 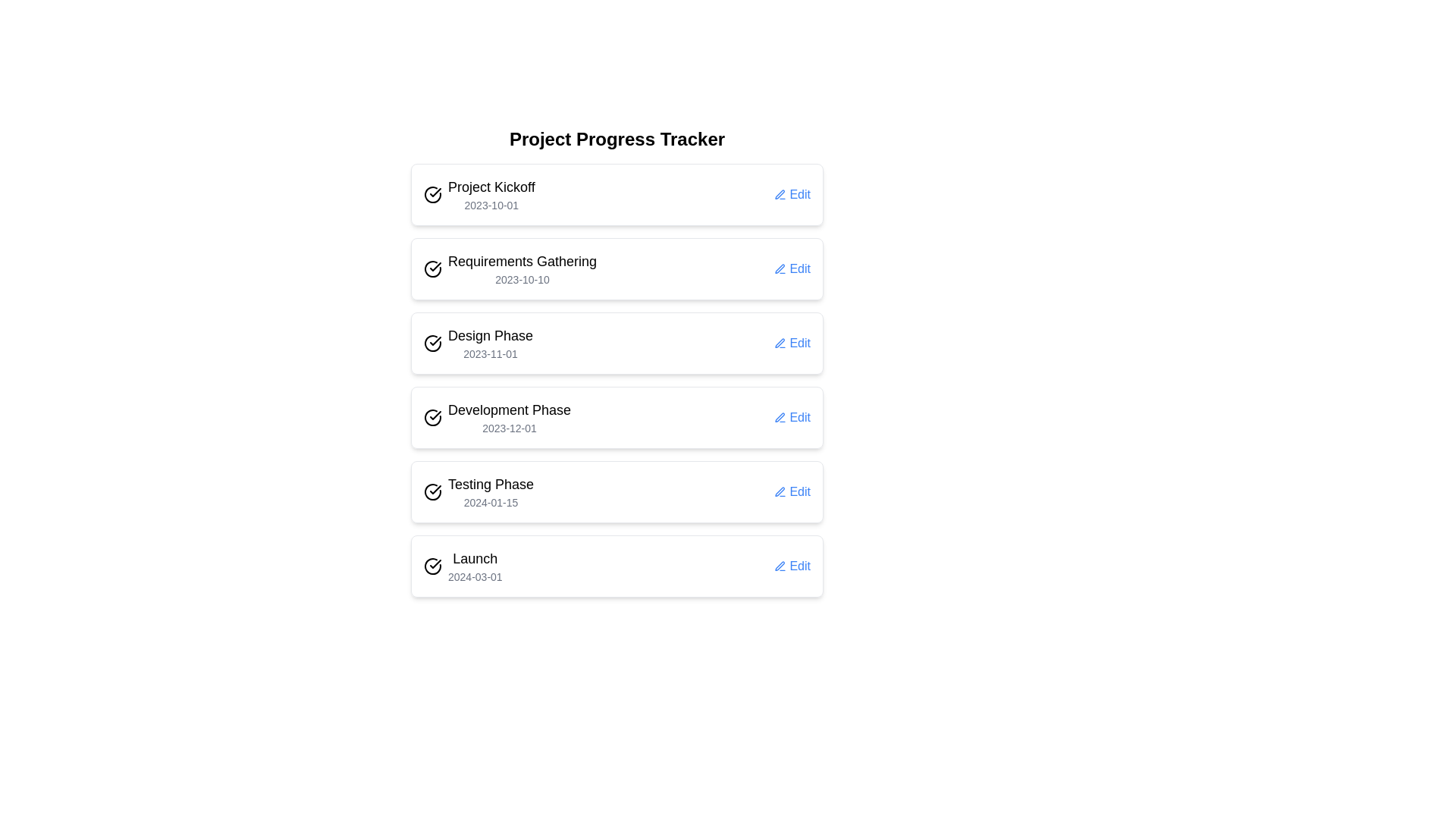 I want to click on the edit icon located to the left of the 'Edit' label in the top-right corner of the project phase section, so click(x=780, y=566).